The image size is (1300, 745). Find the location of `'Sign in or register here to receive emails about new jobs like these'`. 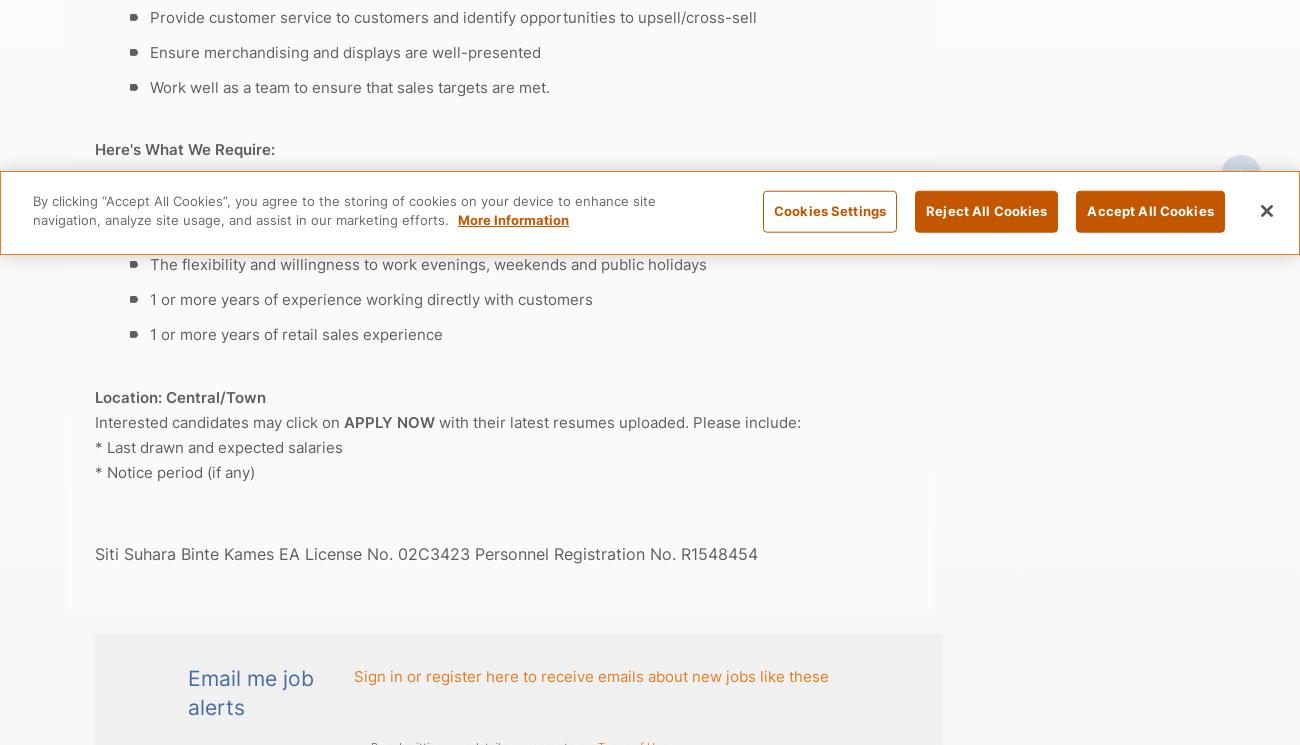

'Sign in or register here to receive emails about new jobs like these' is located at coordinates (590, 674).